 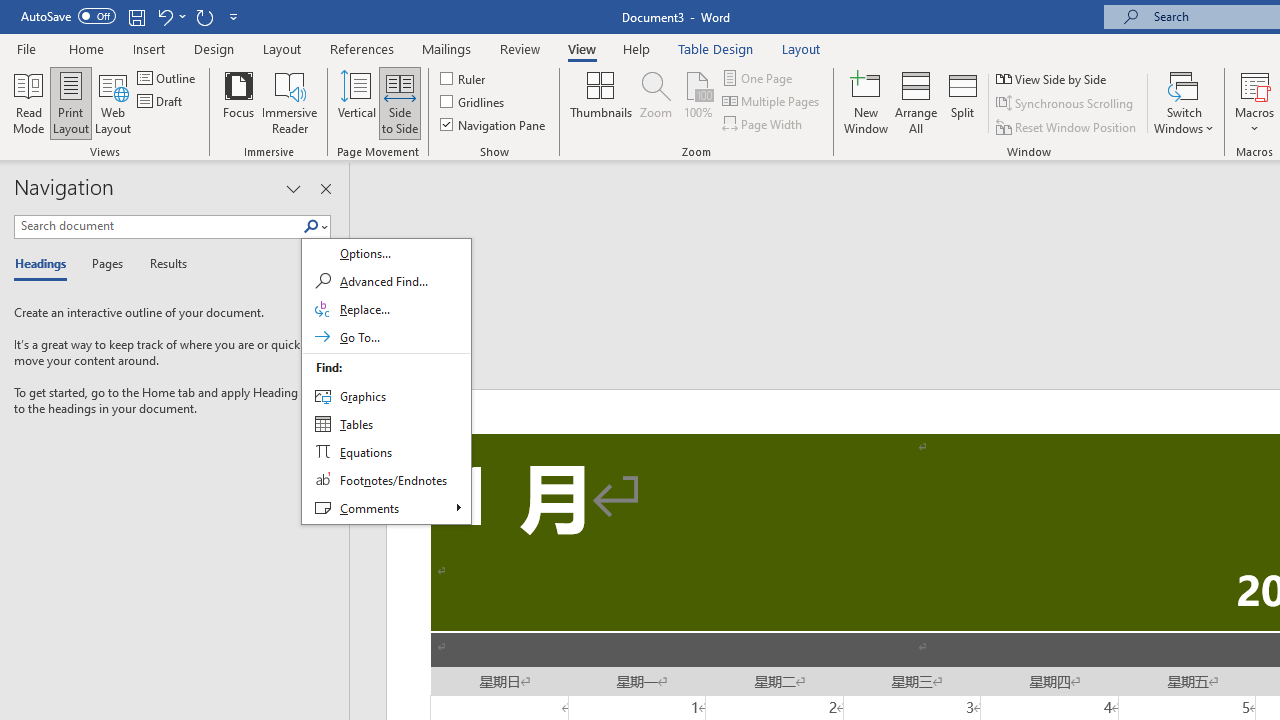 What do you see at coordinates (758, 77) in the screenshot?
I see `'One Page'` at bounding box center [758, 77].